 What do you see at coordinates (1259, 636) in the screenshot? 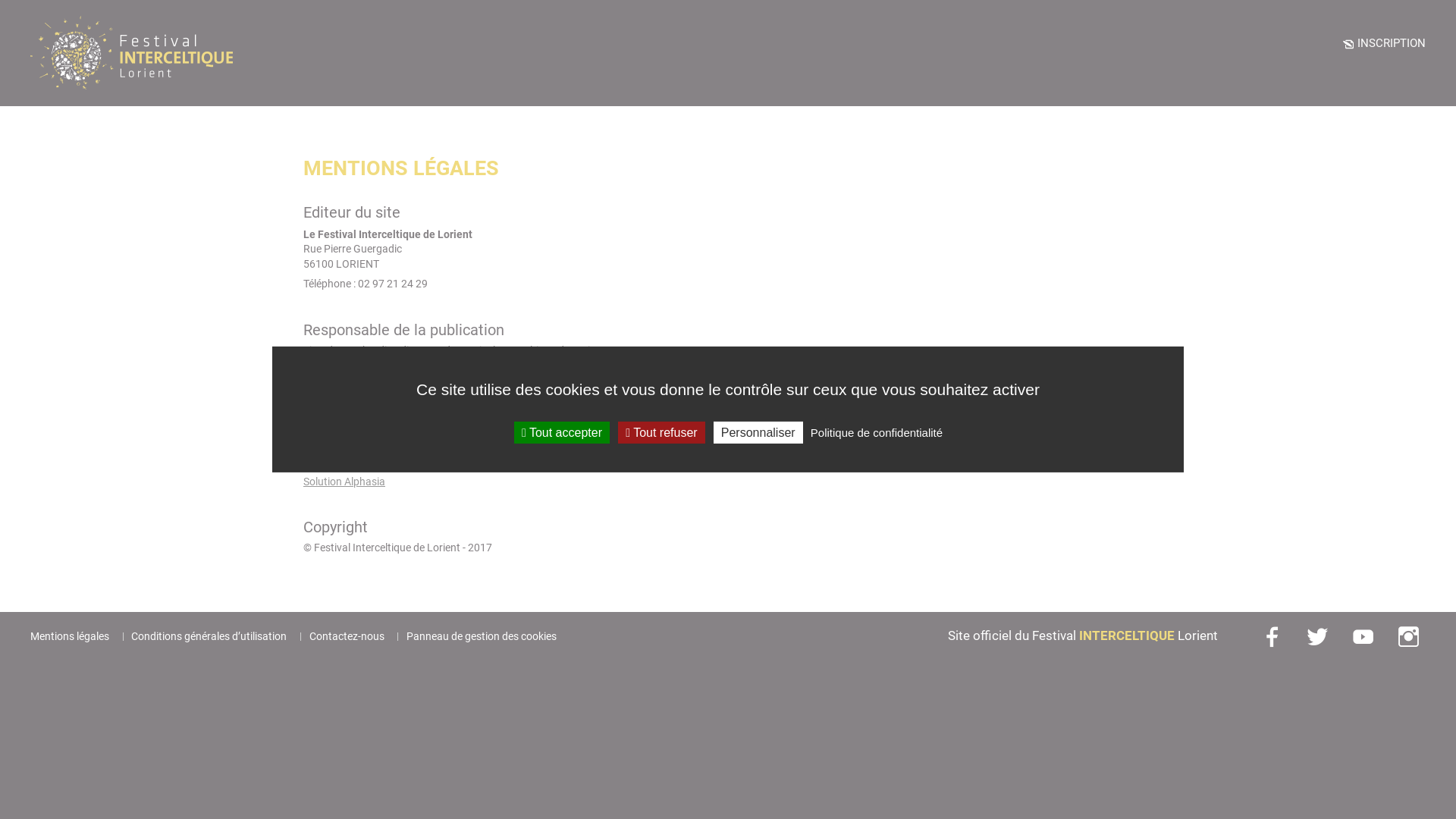
I see `'Facebook'` at bounding box center [1259, 636].